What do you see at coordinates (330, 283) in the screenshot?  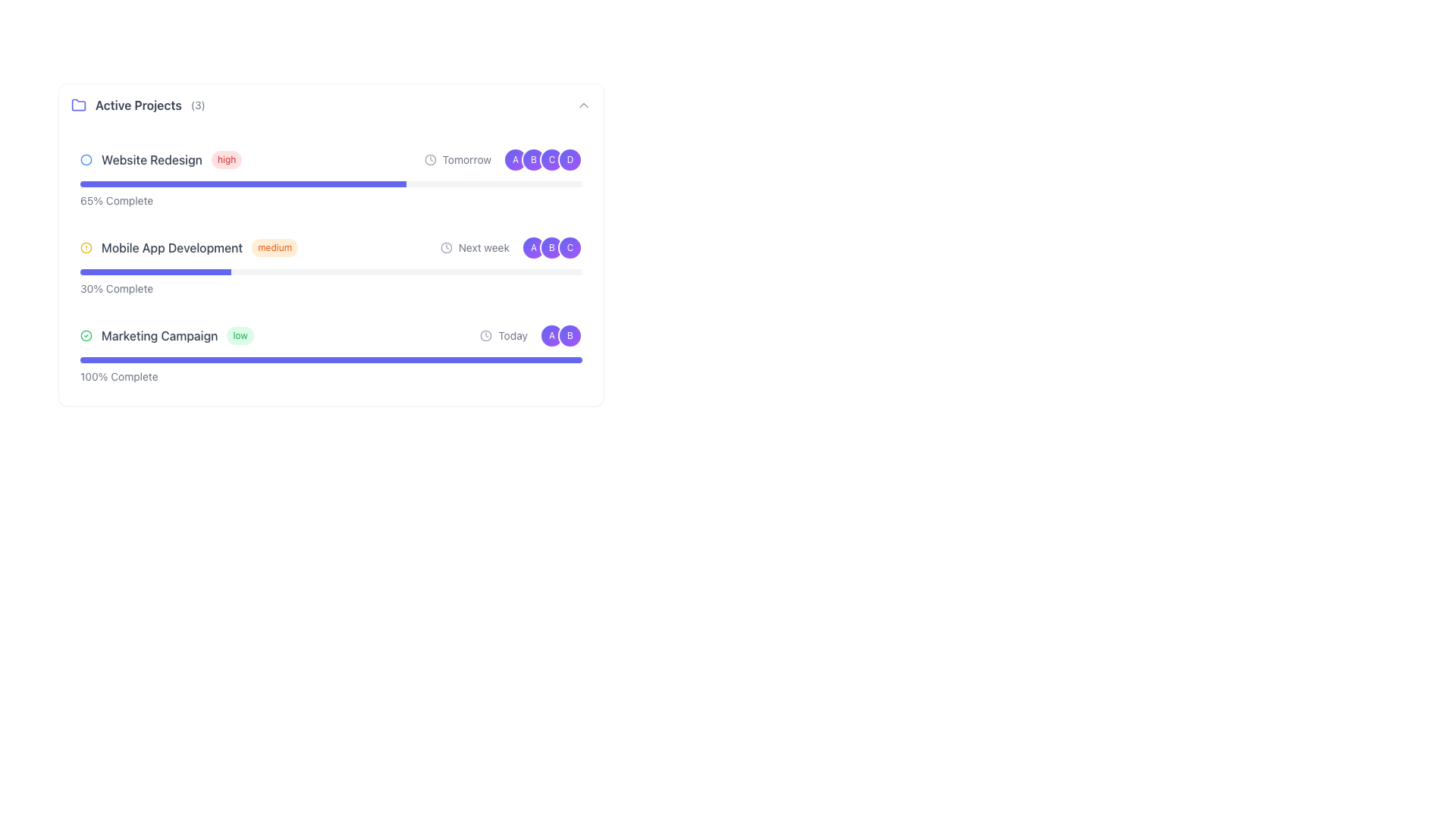 I see `the progress information of the progress bar located in the 'Mobile App Development' section of the 'Active Projects' list, which indicates a completion status of 30%` at bounding box center [330, 283].